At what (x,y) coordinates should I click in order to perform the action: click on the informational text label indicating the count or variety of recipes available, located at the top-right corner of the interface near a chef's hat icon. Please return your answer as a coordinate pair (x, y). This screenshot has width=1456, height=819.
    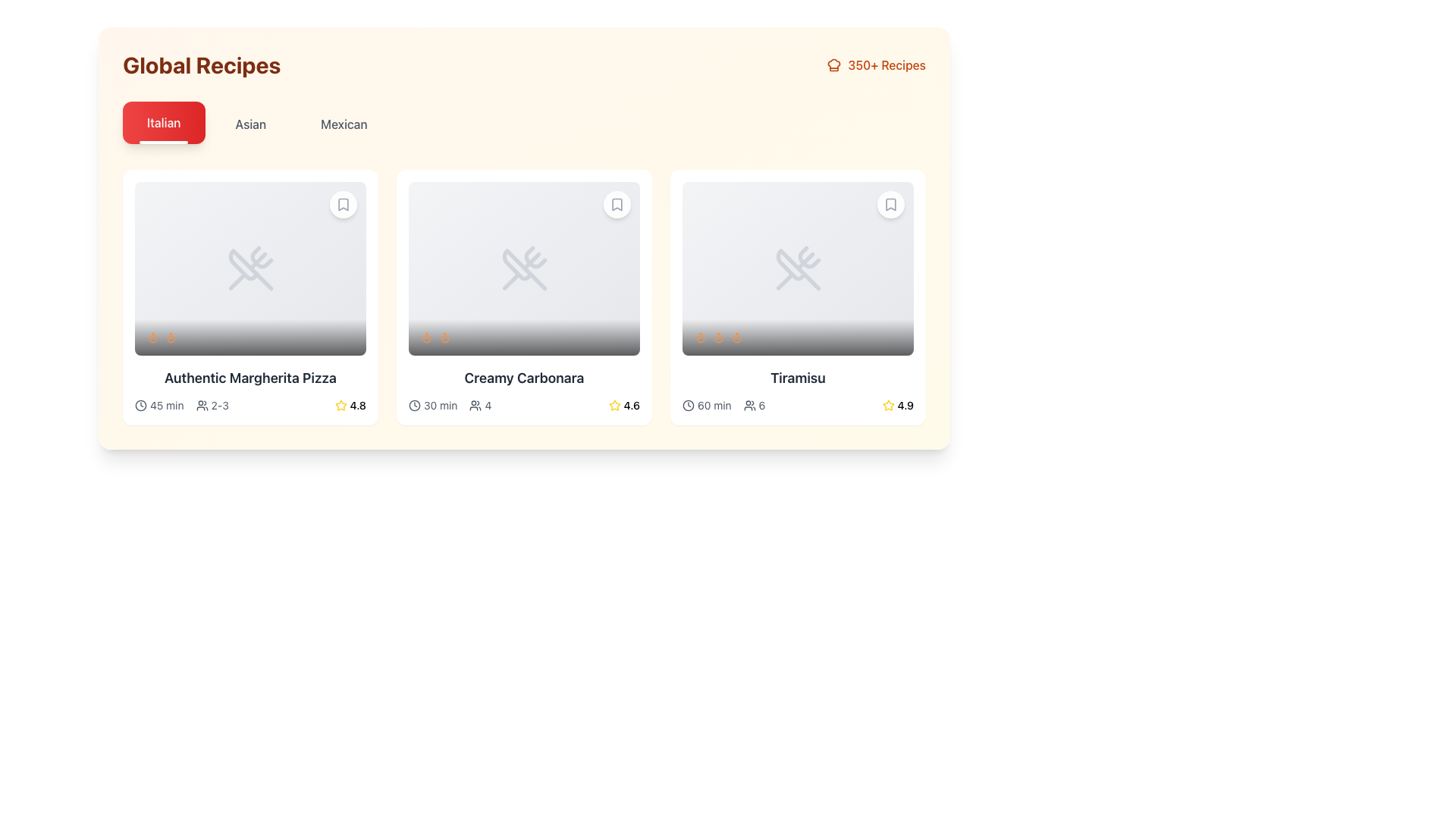
    Looking at the image, I should click on (886, 64).